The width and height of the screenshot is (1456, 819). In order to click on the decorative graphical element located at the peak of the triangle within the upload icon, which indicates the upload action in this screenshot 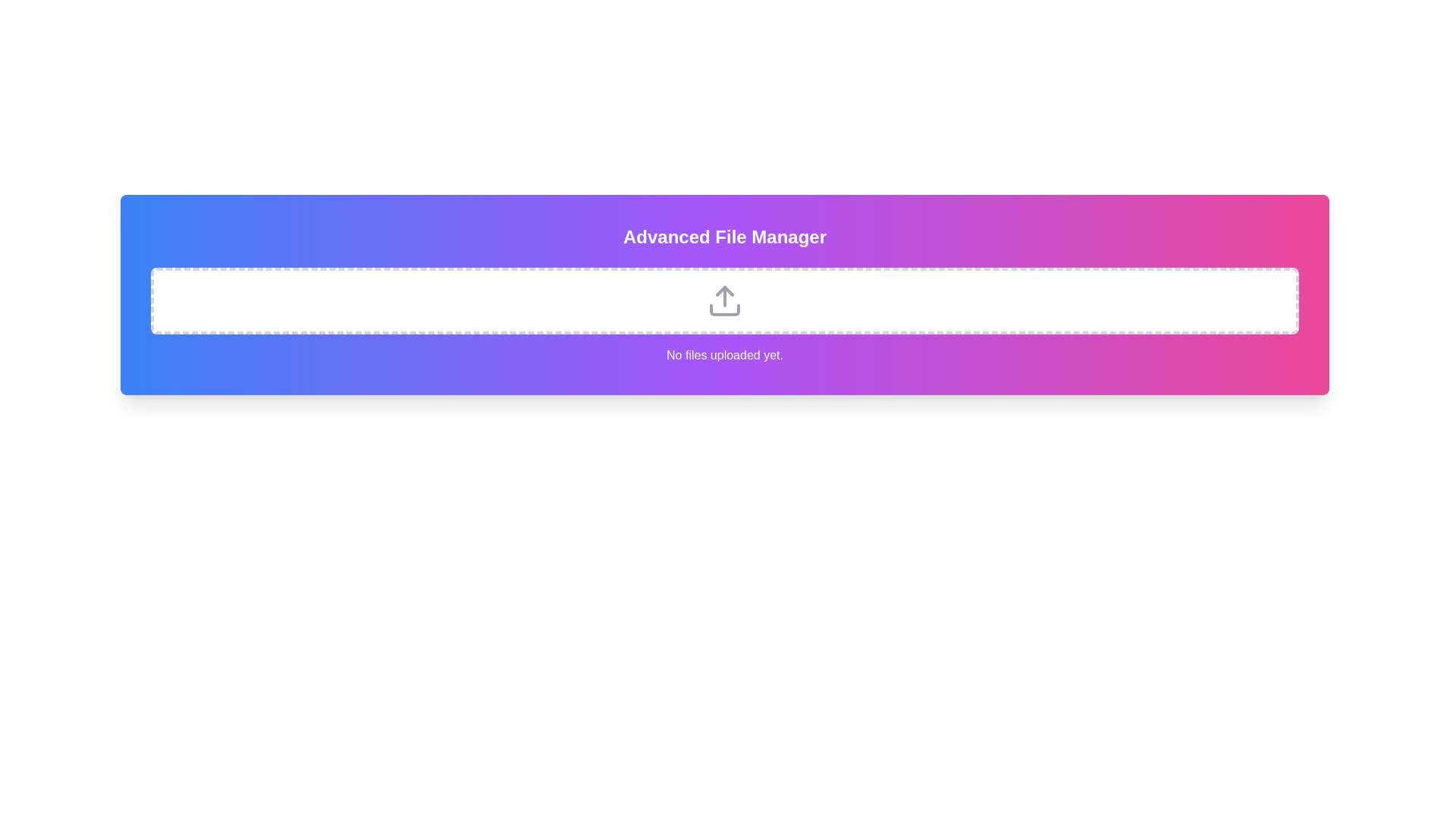, I will do `click(723, 291)`.